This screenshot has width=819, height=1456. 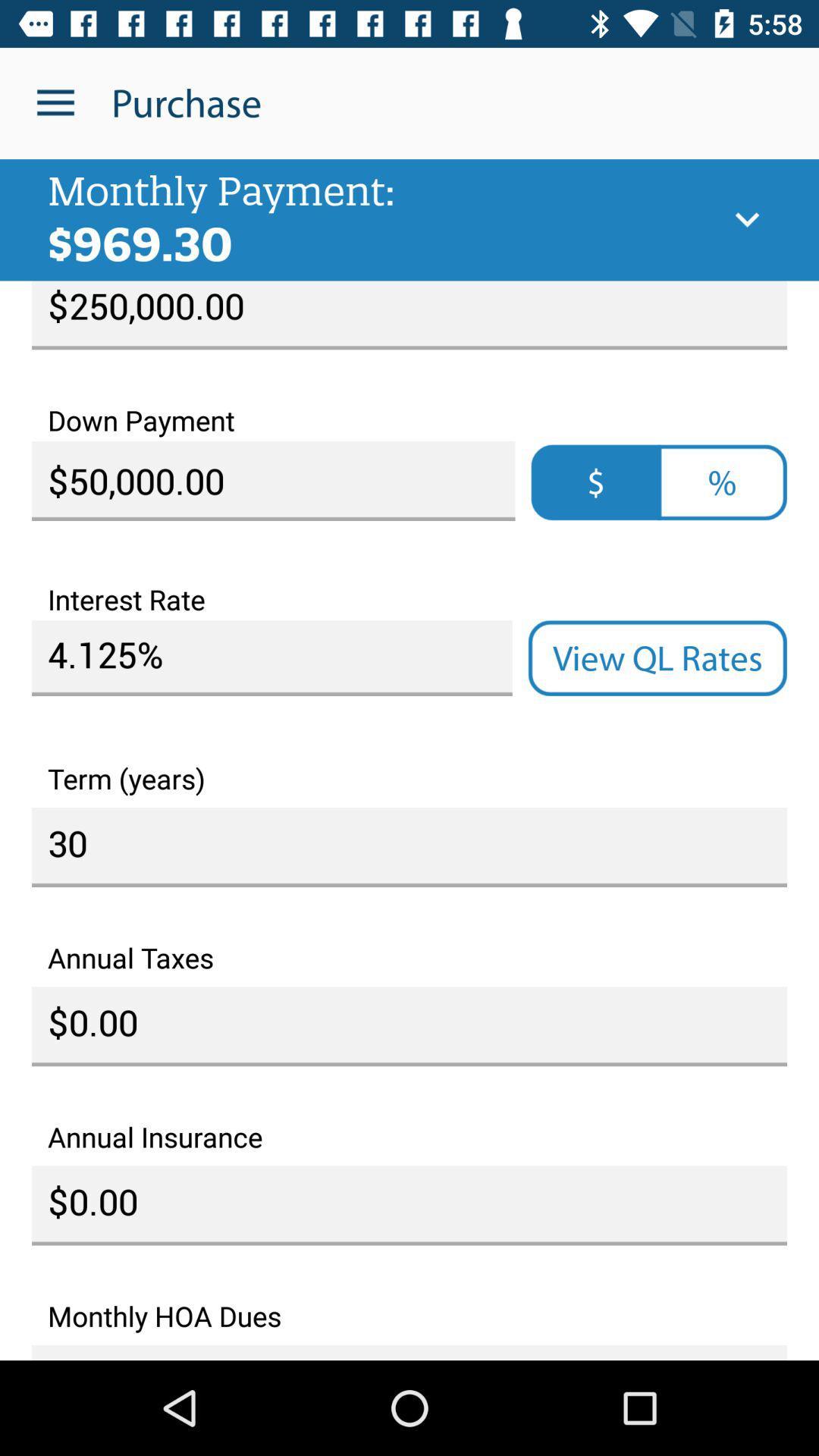 I want to click on icon to the left of purchase, so click(x=55, y=102).